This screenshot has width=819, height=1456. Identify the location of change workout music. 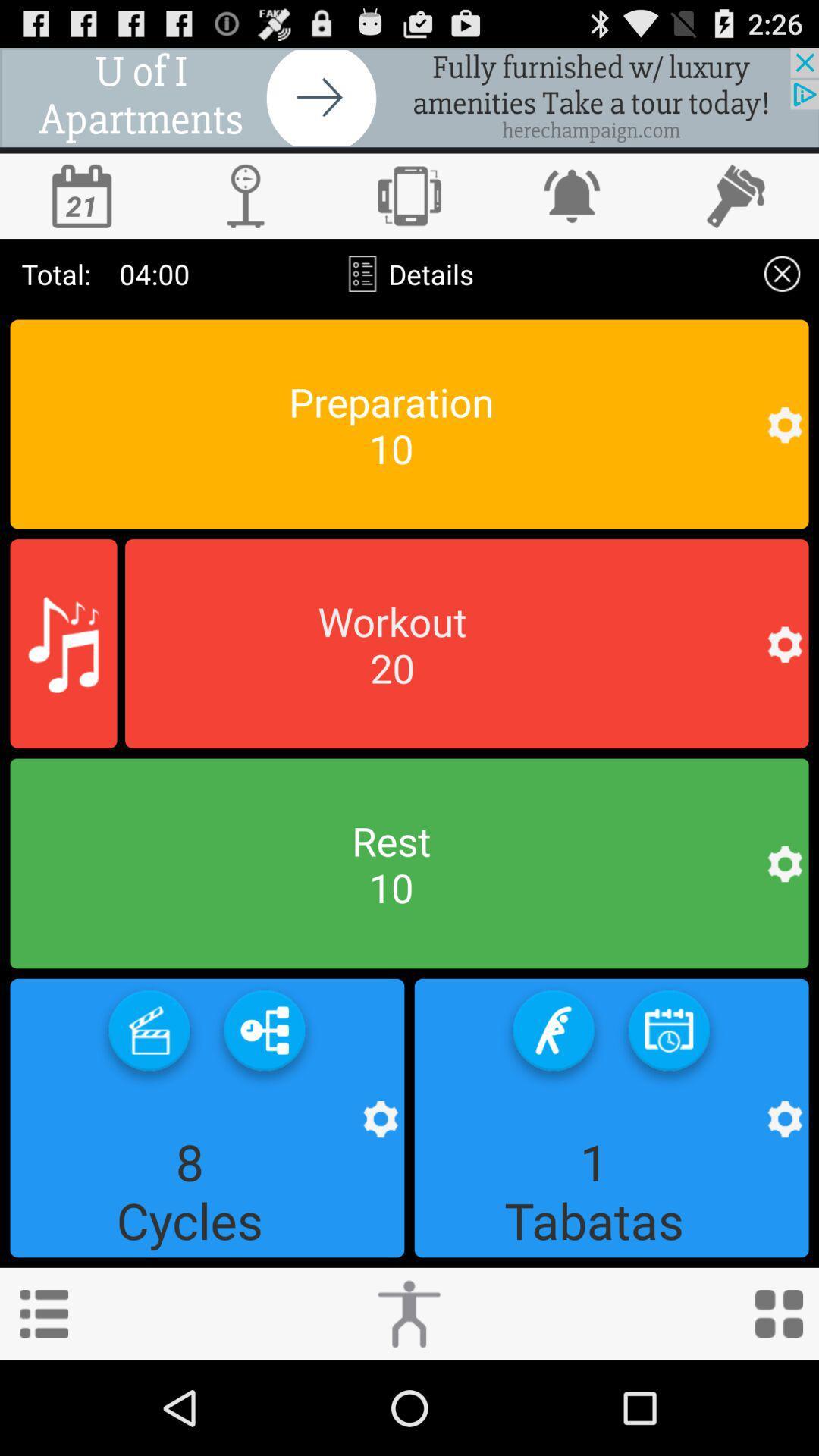
(63, 644).